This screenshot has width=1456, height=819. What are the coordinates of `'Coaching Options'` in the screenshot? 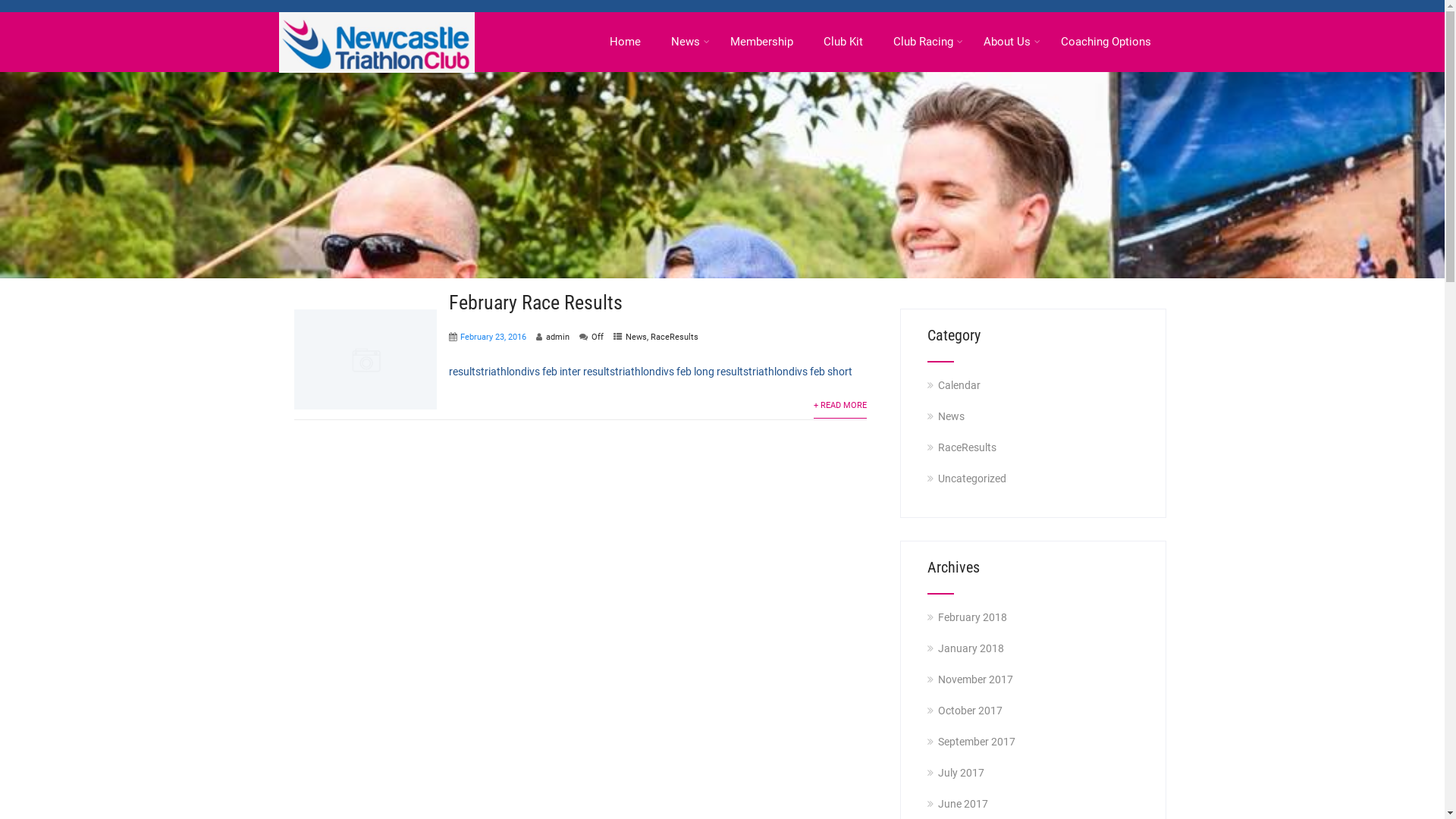 It's located at (1105, 41).